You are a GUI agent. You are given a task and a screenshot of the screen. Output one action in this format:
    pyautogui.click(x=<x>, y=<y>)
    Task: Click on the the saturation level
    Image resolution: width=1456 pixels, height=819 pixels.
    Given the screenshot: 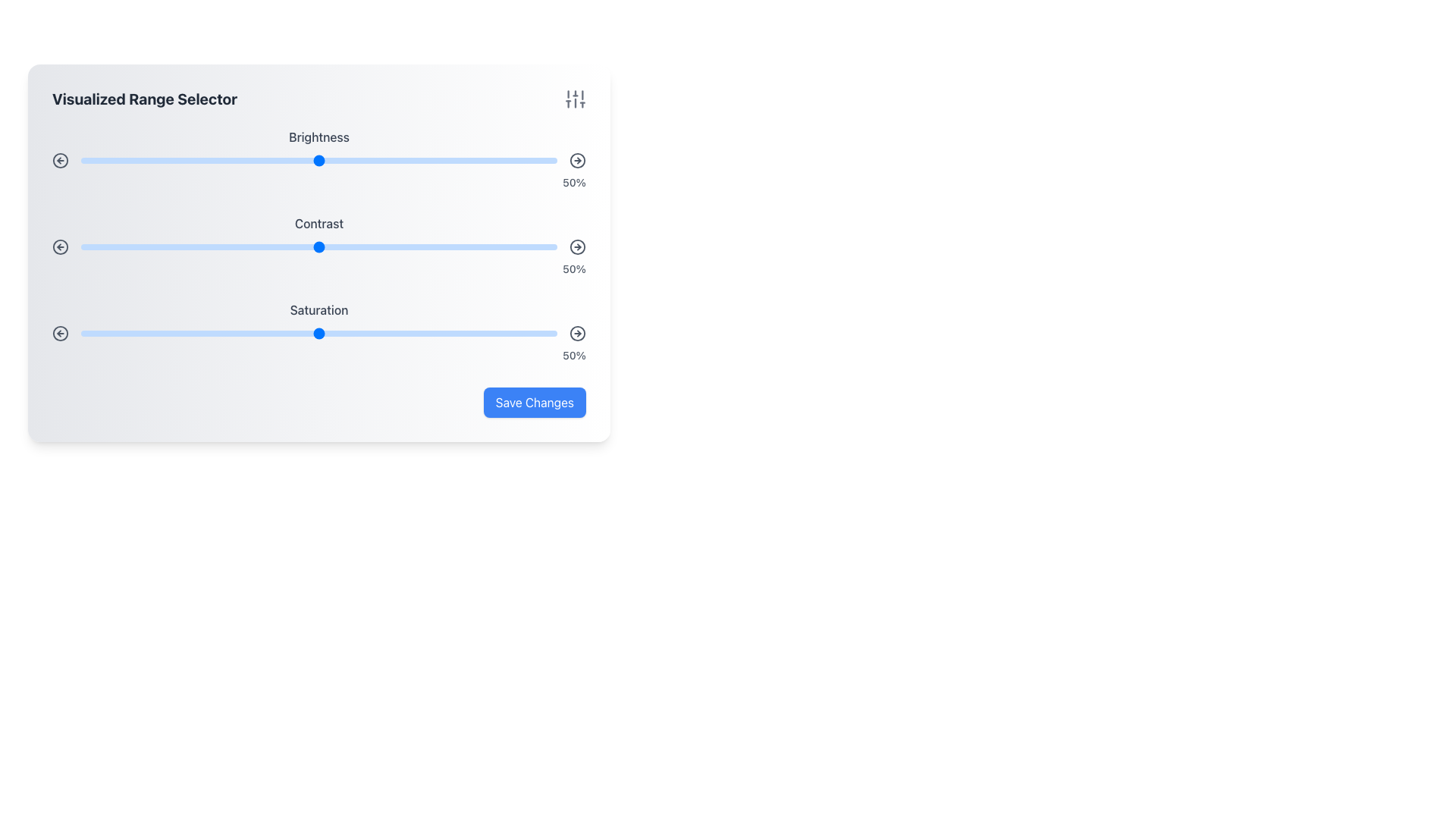 What is the action you would take?
    pyautogui.click(x=185, y=332)
    